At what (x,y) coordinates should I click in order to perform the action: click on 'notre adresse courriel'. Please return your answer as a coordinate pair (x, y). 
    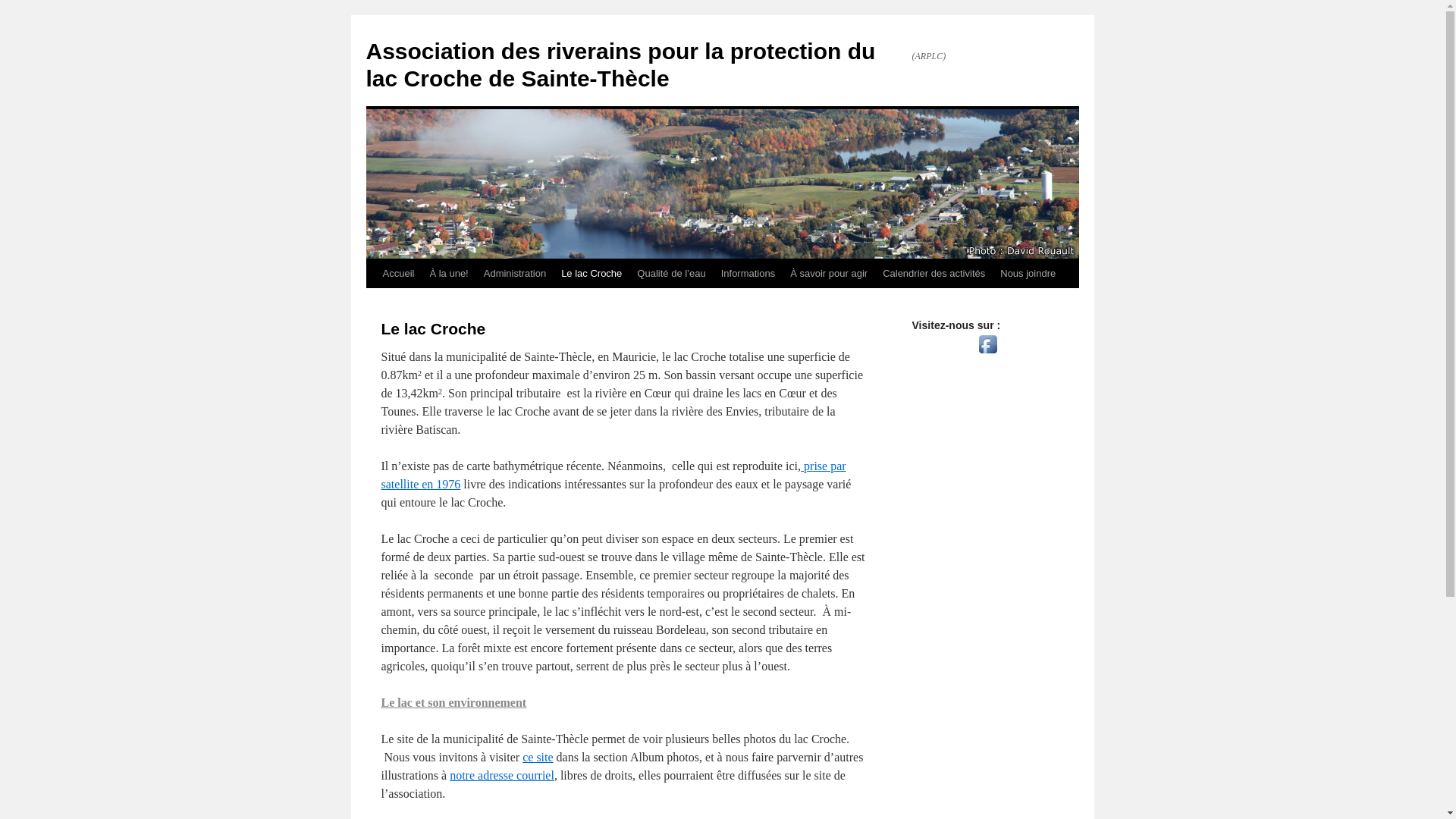
    Looking at the image, I should click on (449, 775).